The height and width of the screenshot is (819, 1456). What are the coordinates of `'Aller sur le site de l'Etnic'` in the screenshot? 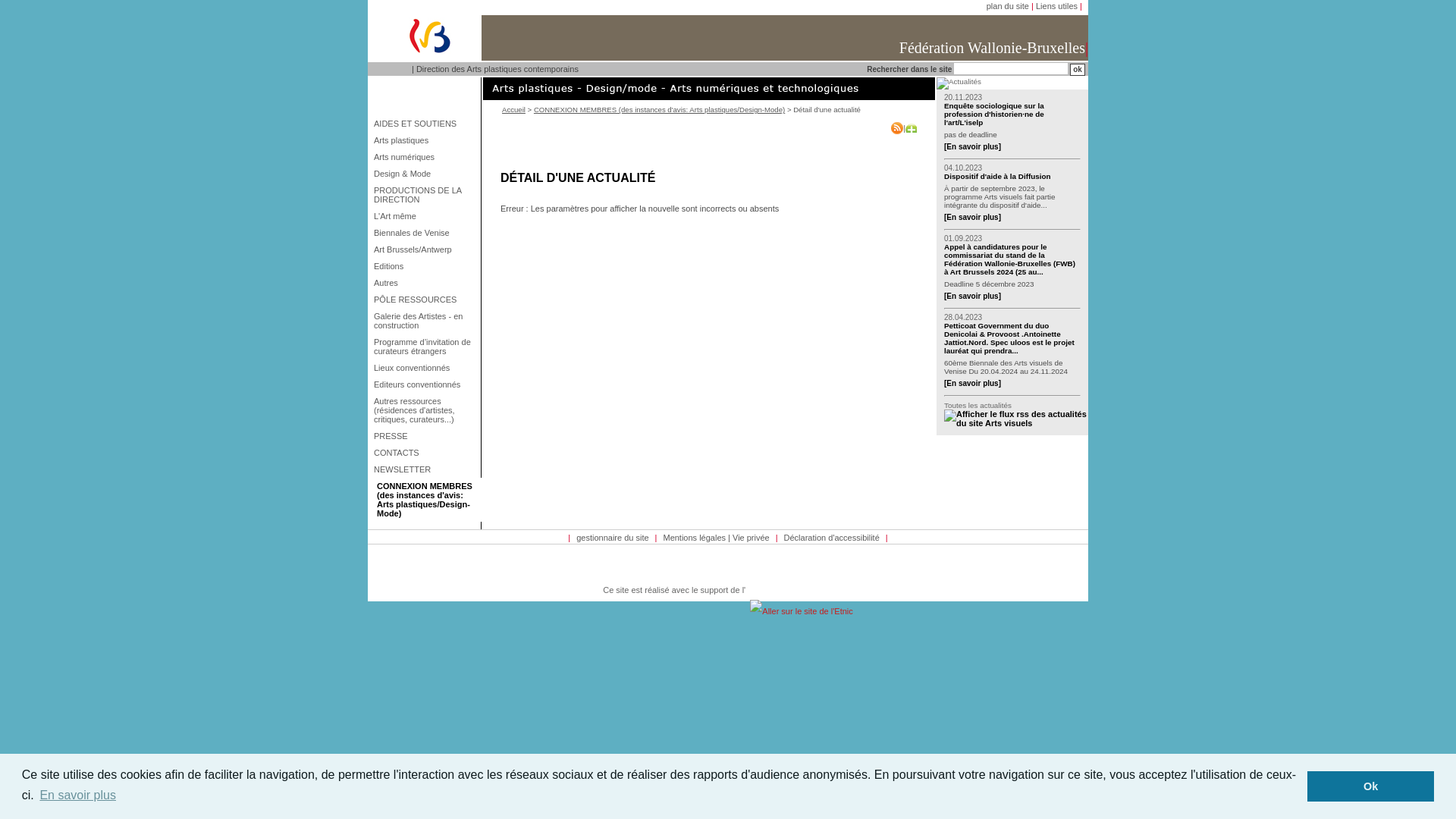 It's located at (800, 610).